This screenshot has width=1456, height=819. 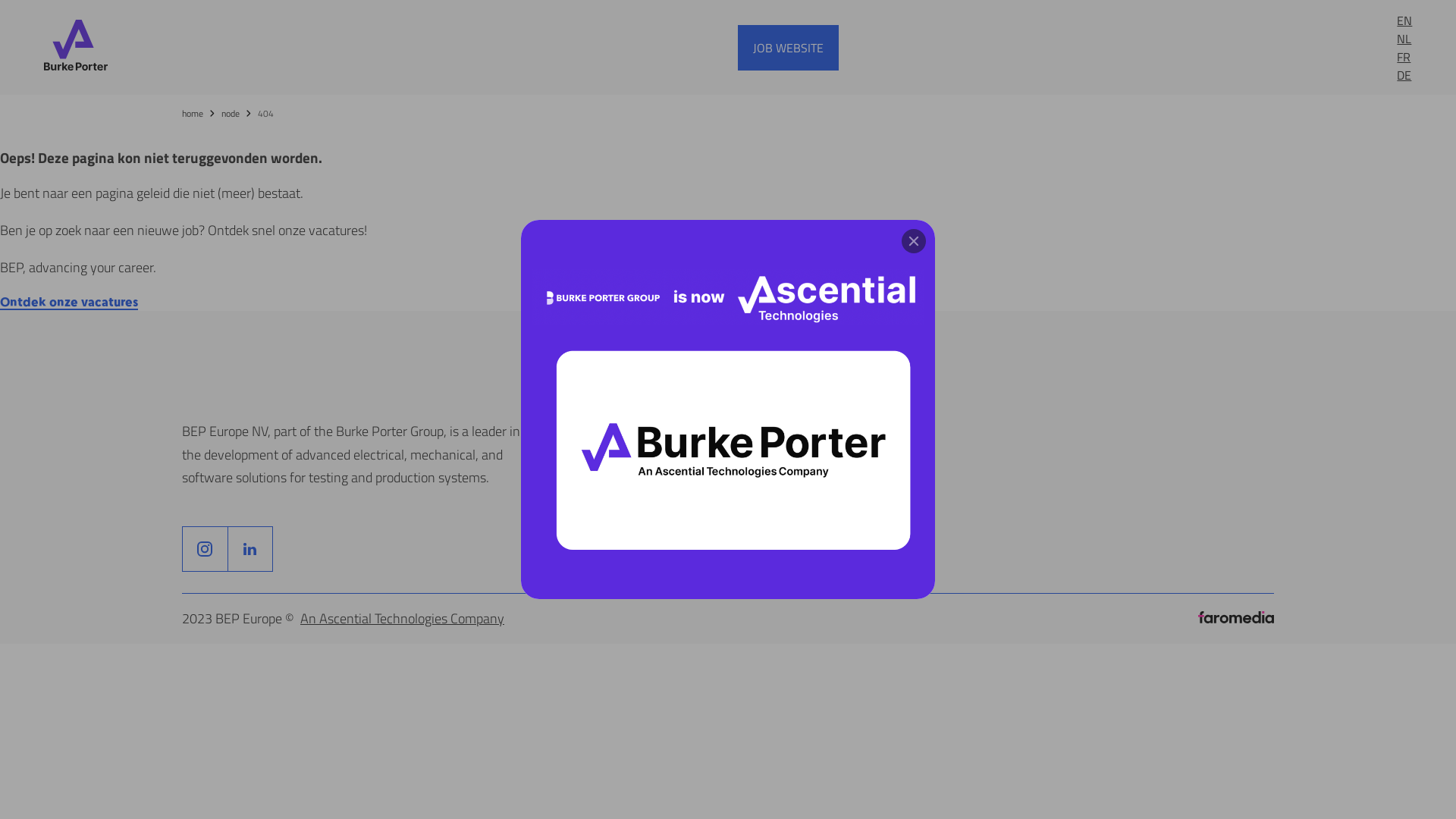 I want to click on 'Ontdek onze vacatures', so click(x=68, y=303).